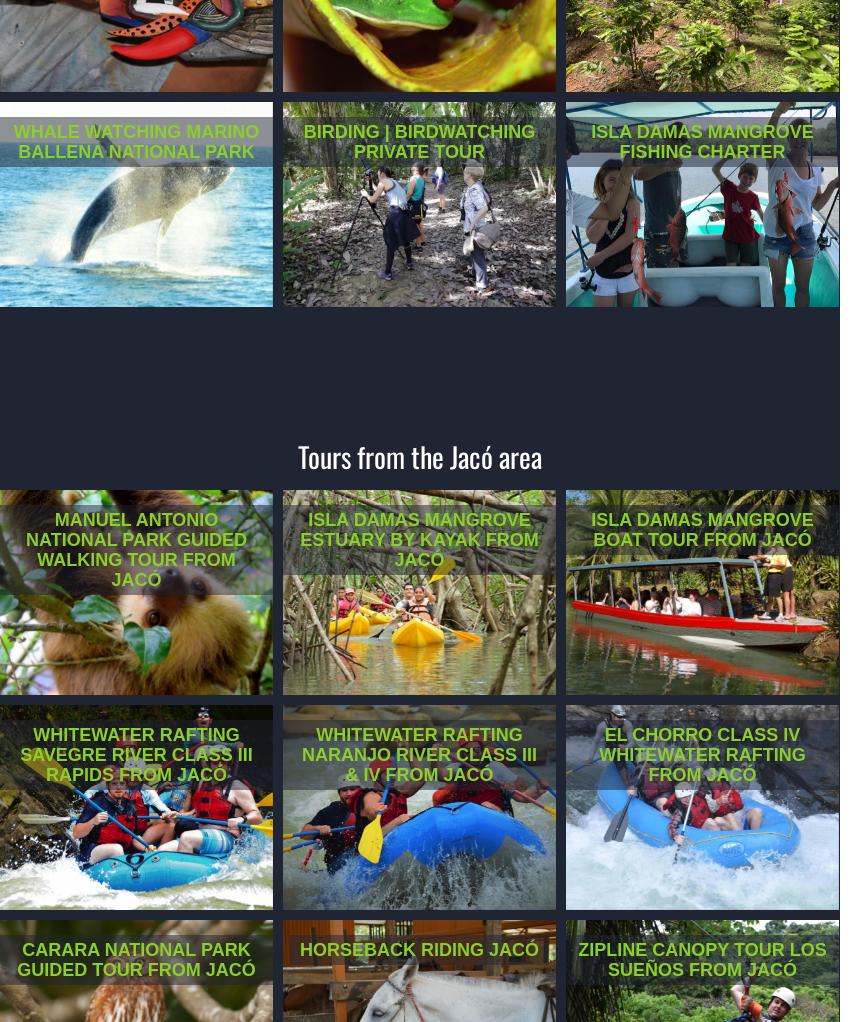 This screenshot has height=1022, width=868. I want to click on 'Explore the Naranjito rainforest, where your guide will assist in identifying different birds in this location where 250 different species have been spotted.', so click(303, 209).